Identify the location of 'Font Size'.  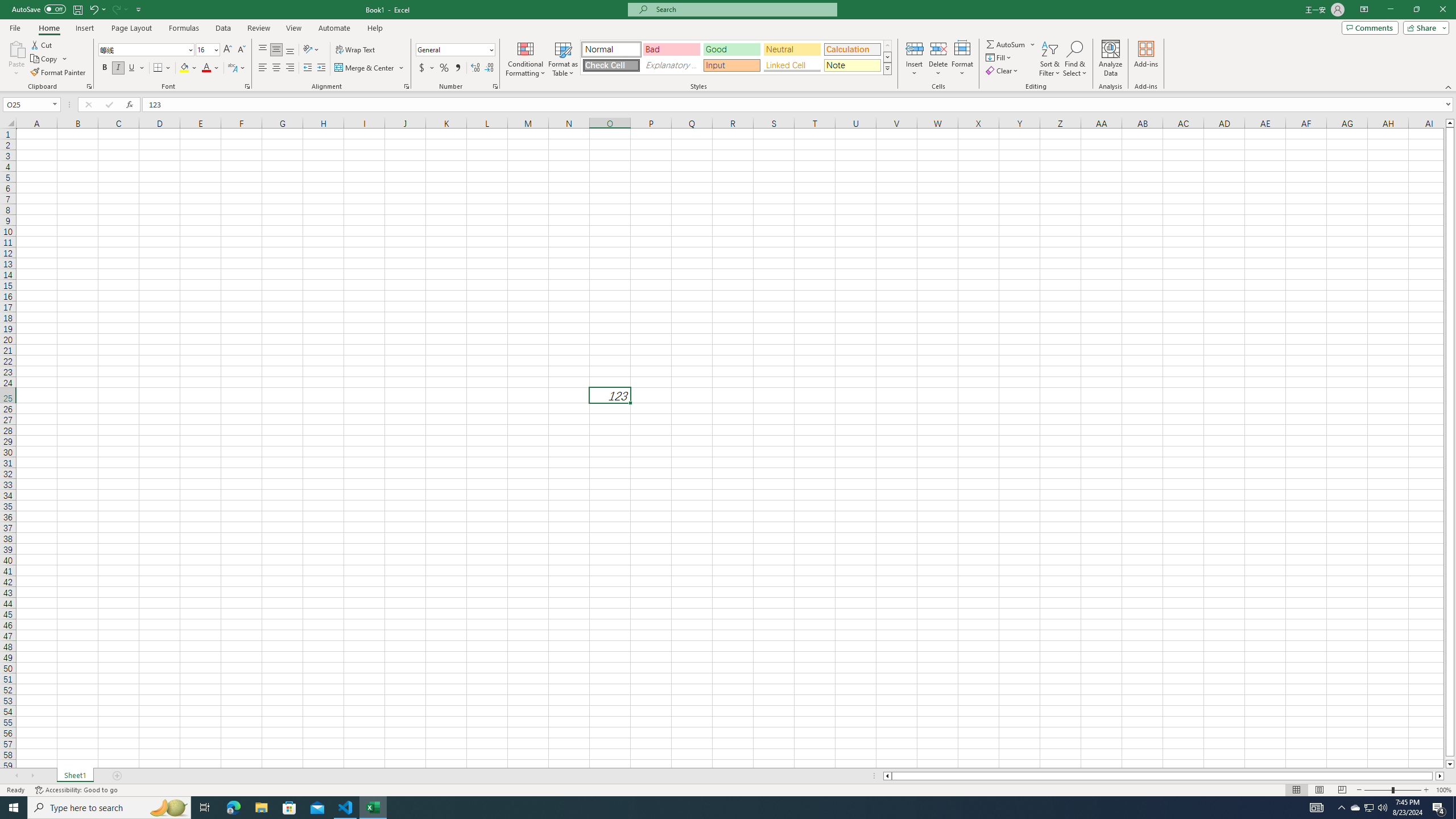
(204, 49).